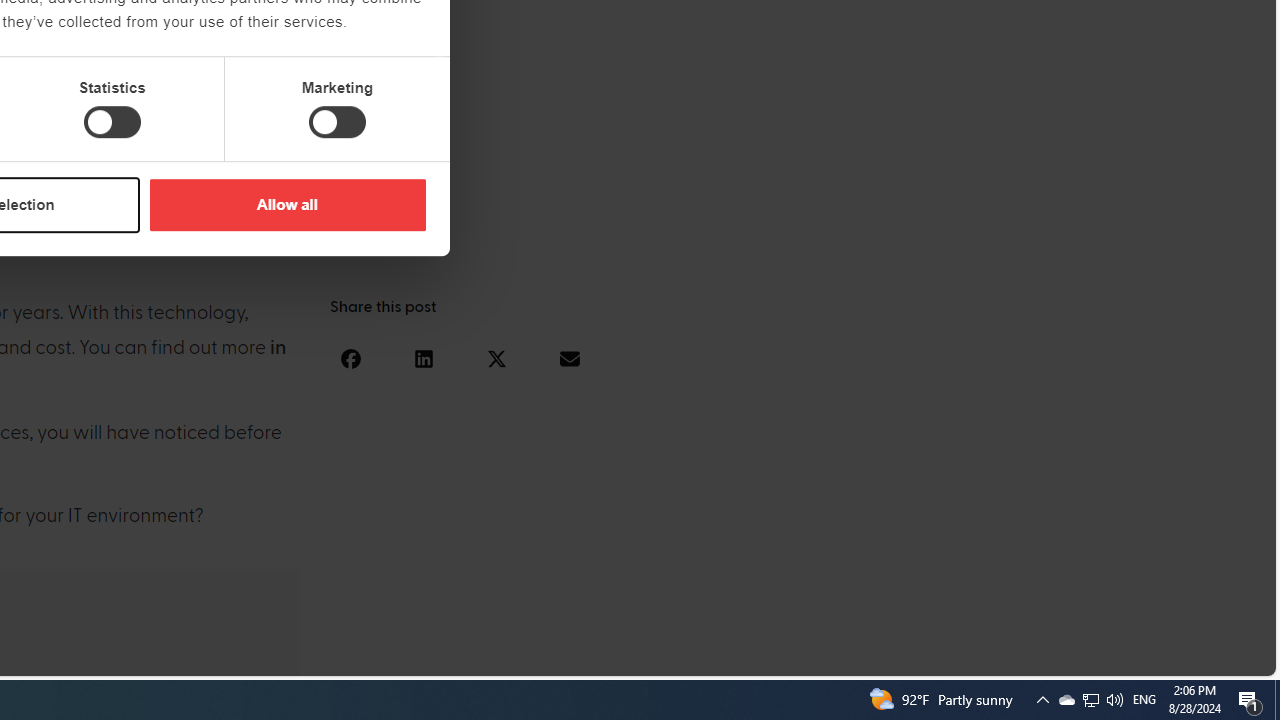  Describe the element at coordinates (1126, 657) in the screenshot. I see `'Language switcher : Romanian'` at that location.